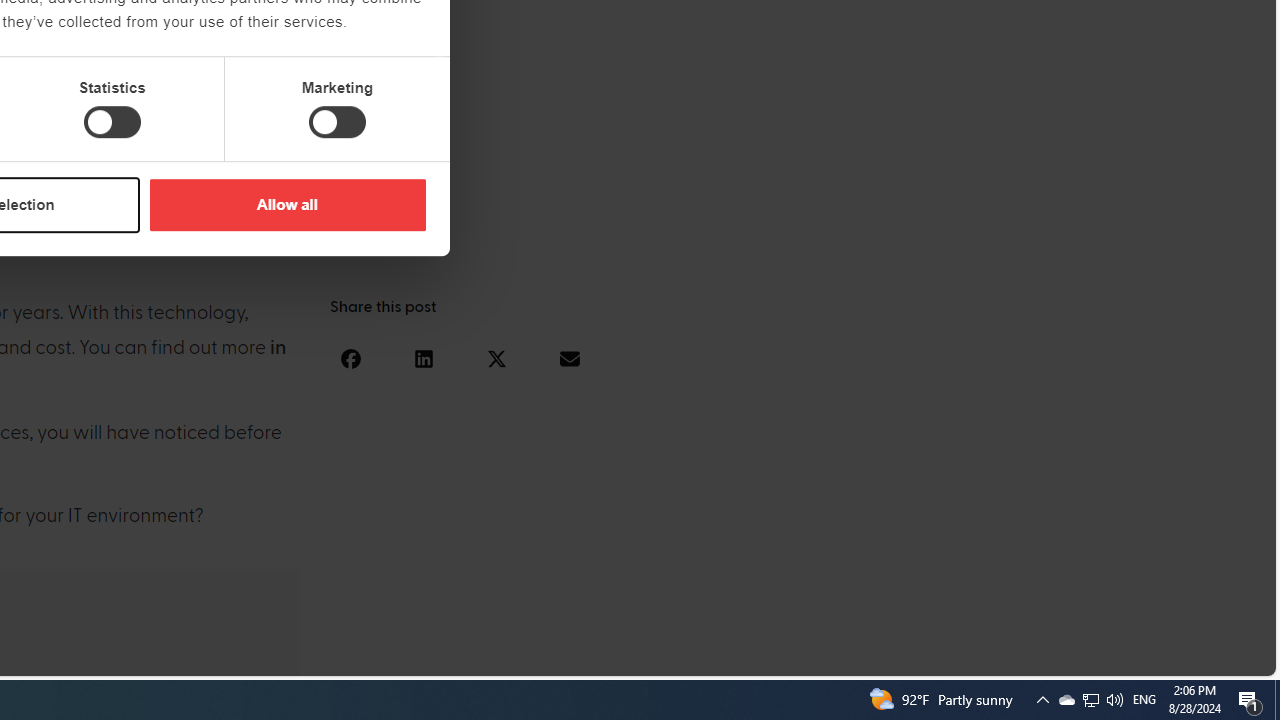  Describe the element at coordinates (1126, 657) in the screenshot. I see `'Language switcher : Romanian'` at that location.